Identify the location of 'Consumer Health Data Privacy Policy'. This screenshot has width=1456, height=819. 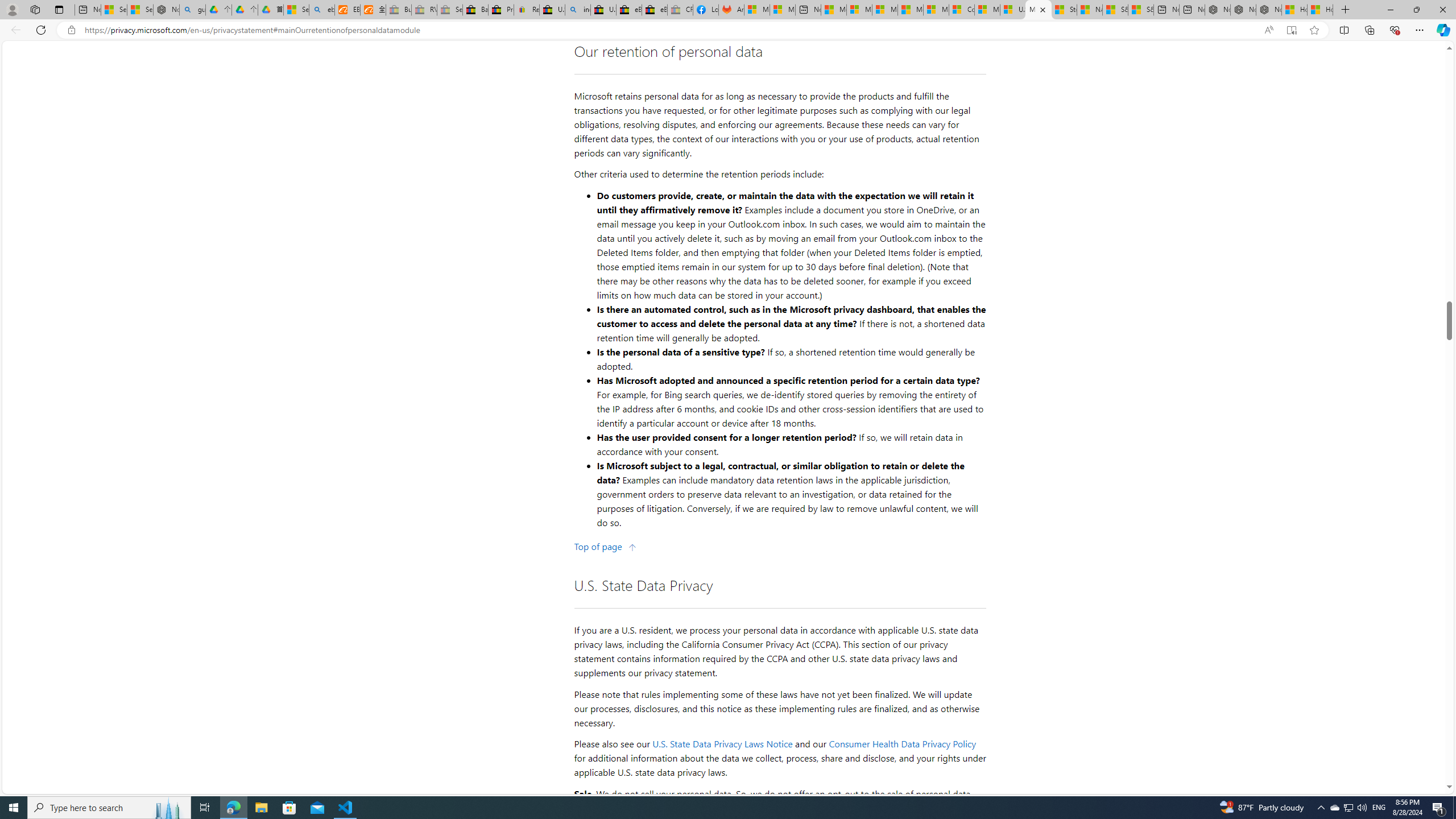
(901, 743).